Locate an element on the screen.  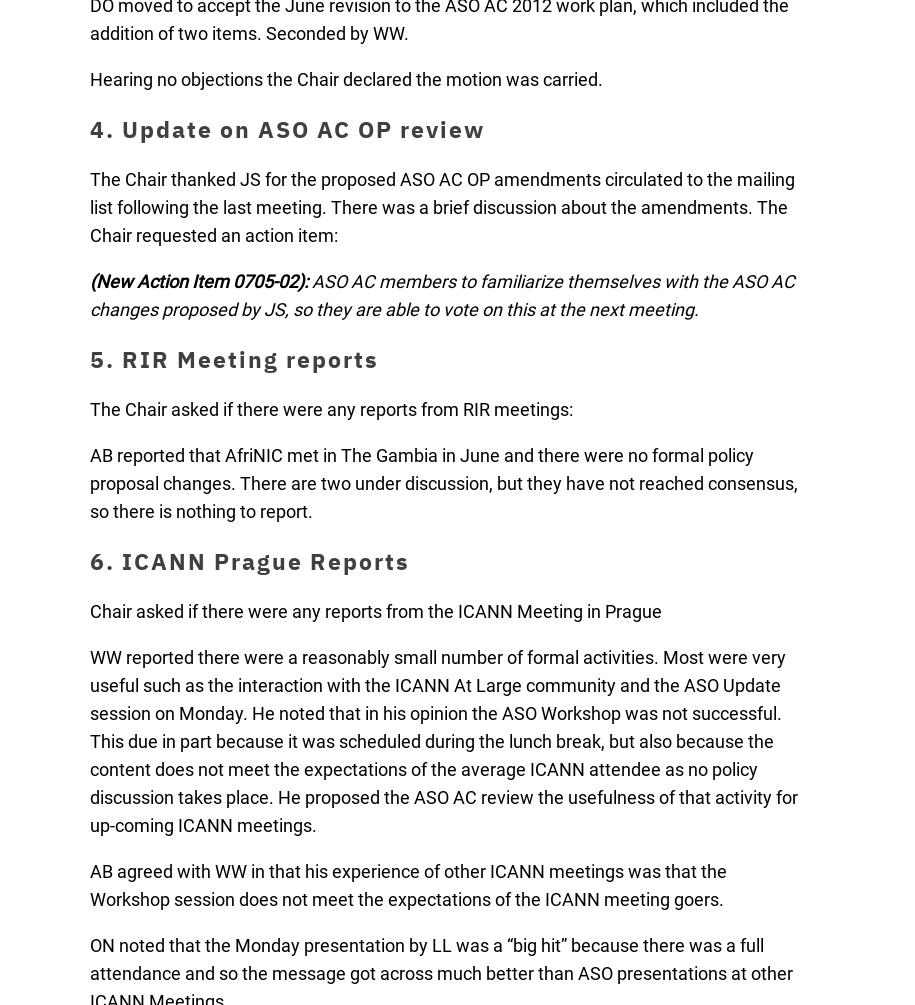
'5. RIR Meeting reports' is located at coordinates (234, 359).